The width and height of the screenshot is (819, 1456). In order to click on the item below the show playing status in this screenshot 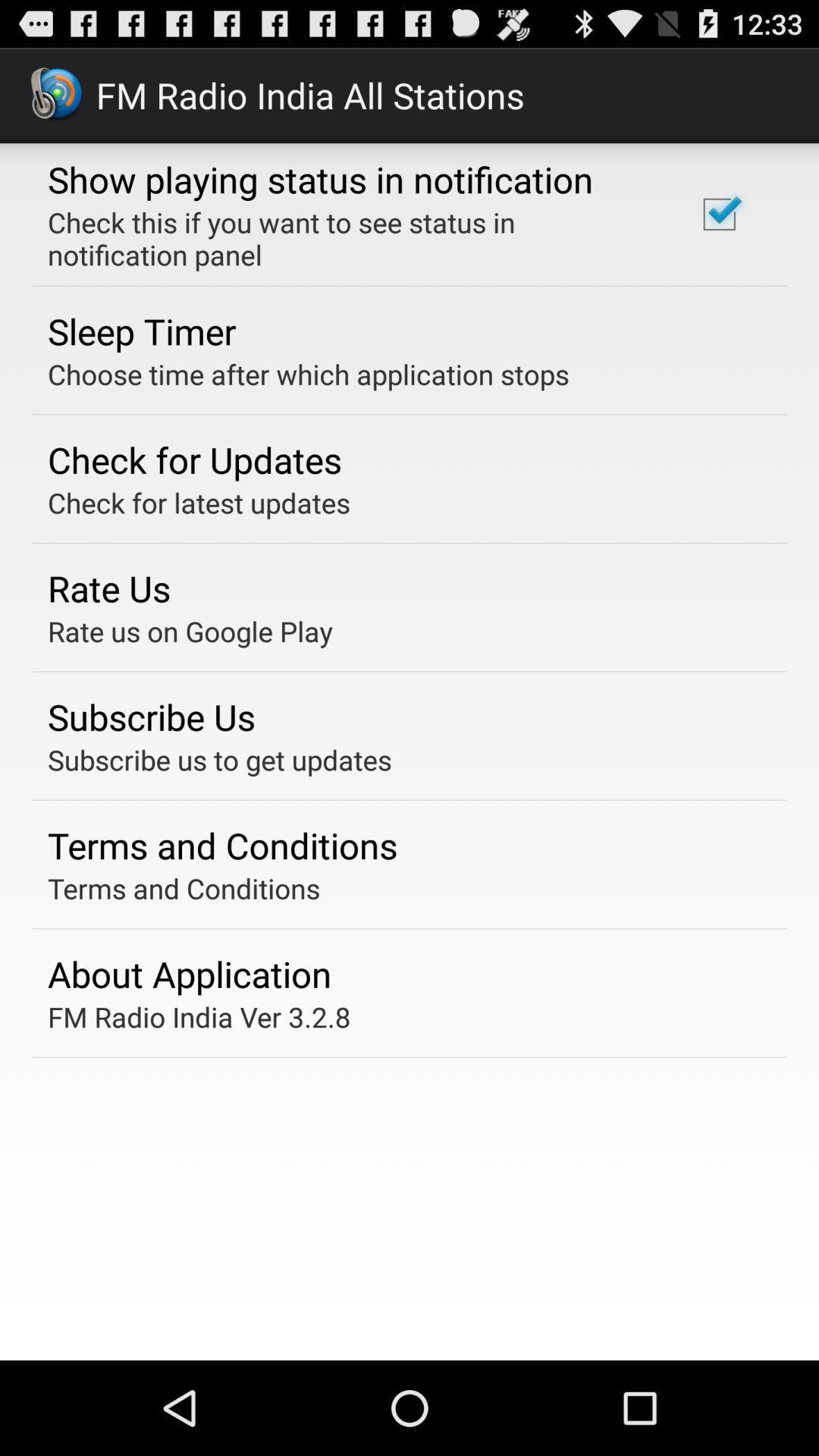, I will do `click(351, 237)`.